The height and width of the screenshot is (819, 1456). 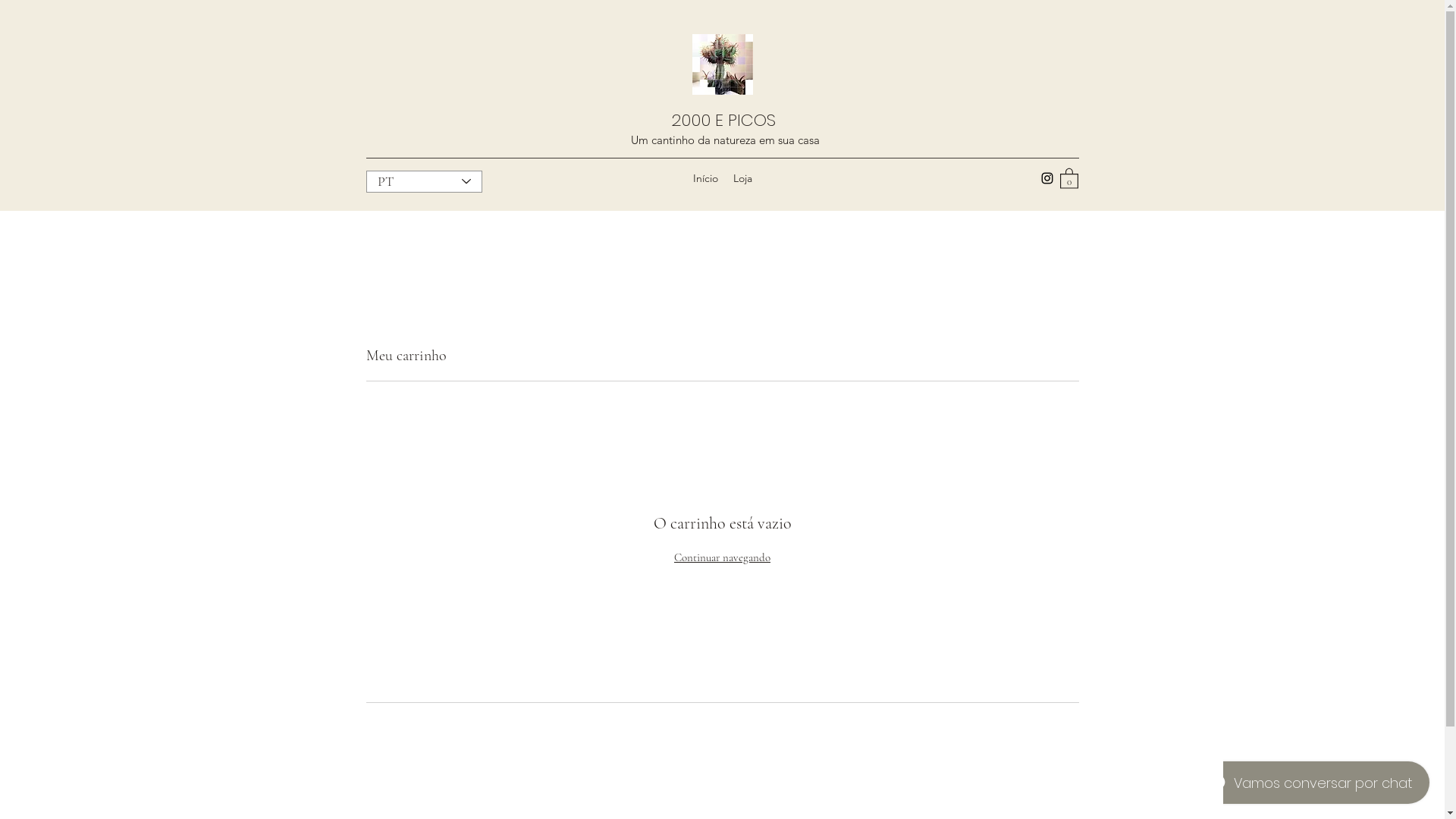 I want to click on '0', so click(x=1068, y=177).